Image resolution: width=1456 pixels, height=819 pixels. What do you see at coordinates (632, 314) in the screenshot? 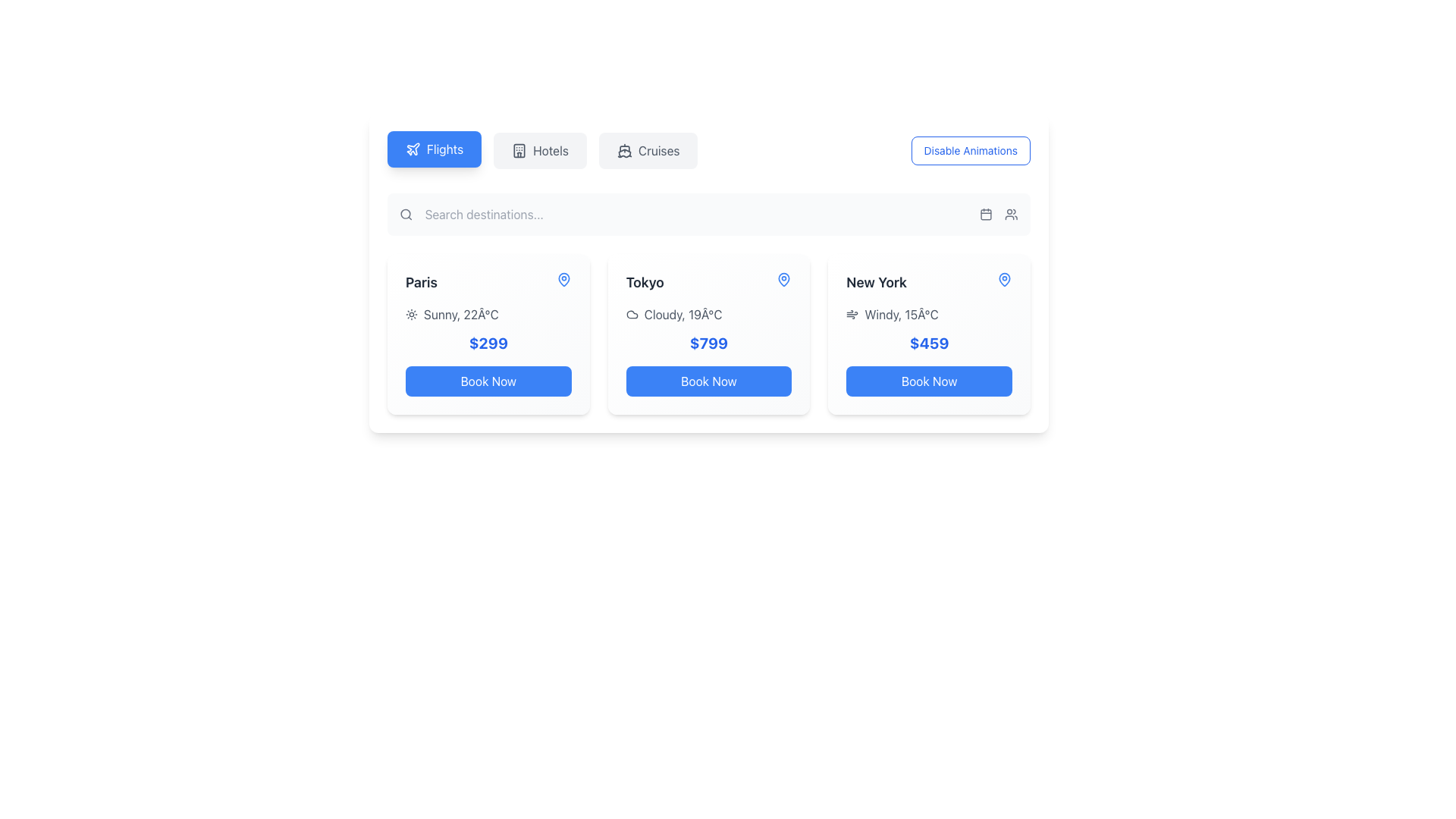
I see `the 'Cloudy' weather icon located in the top-left area of the Tokyo travel destination card, which is adjacent to the weather condition text` at bounding box center [632, 314].